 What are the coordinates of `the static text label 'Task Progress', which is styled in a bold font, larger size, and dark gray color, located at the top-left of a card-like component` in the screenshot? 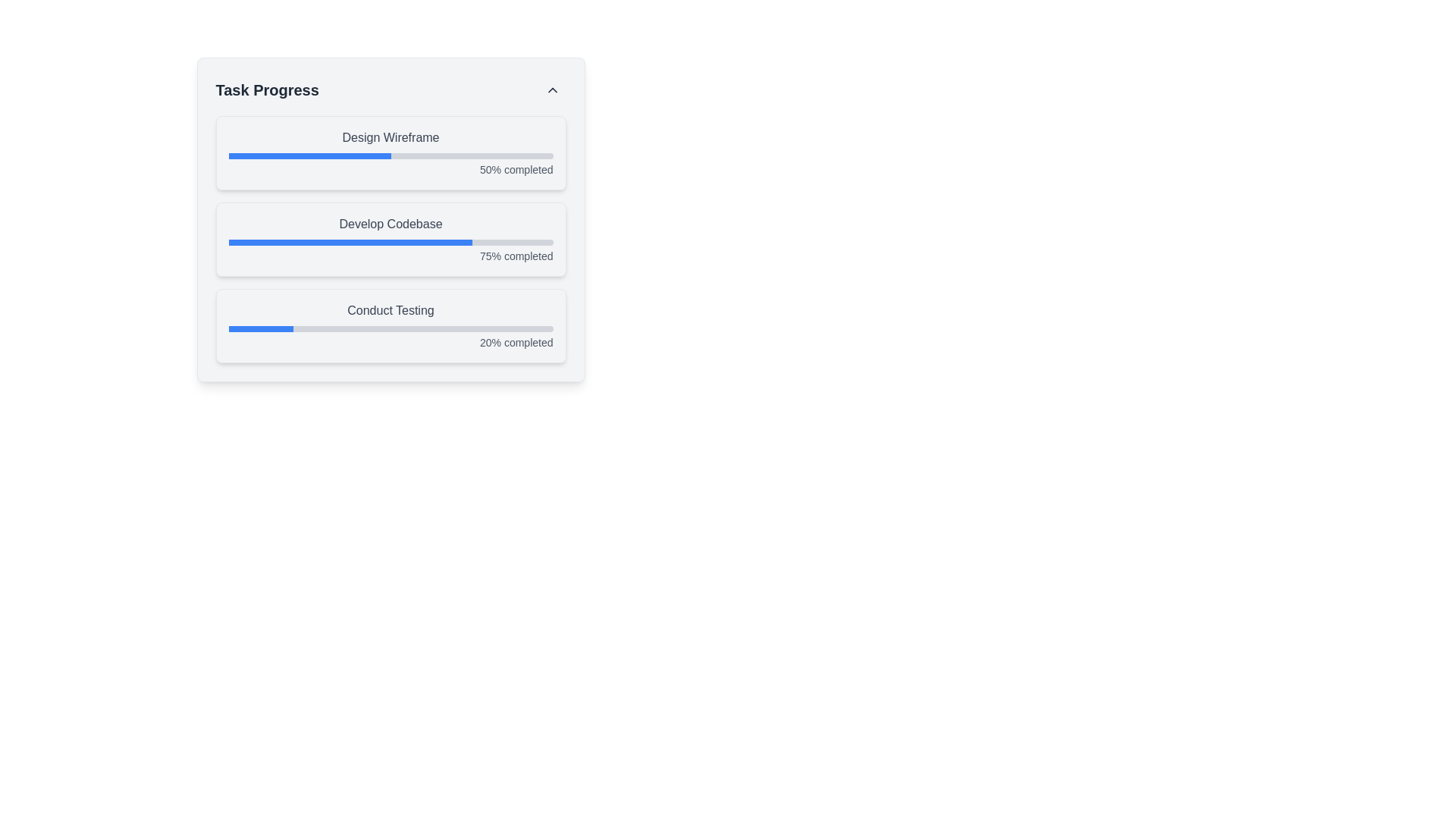 It's located at (267, 90).